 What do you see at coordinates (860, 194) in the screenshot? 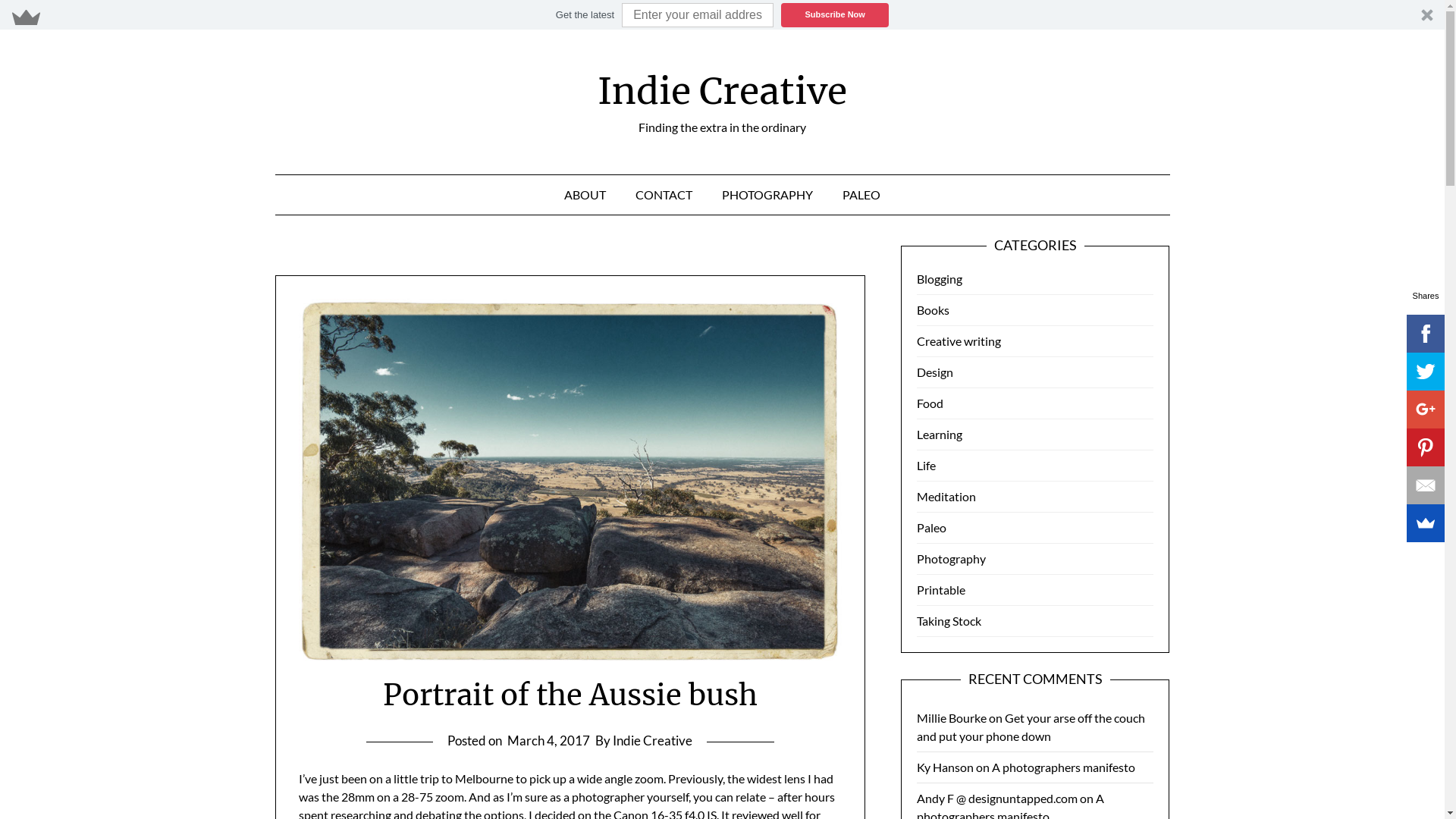
I see `'PALEO'` at bounding box center [860, 194].